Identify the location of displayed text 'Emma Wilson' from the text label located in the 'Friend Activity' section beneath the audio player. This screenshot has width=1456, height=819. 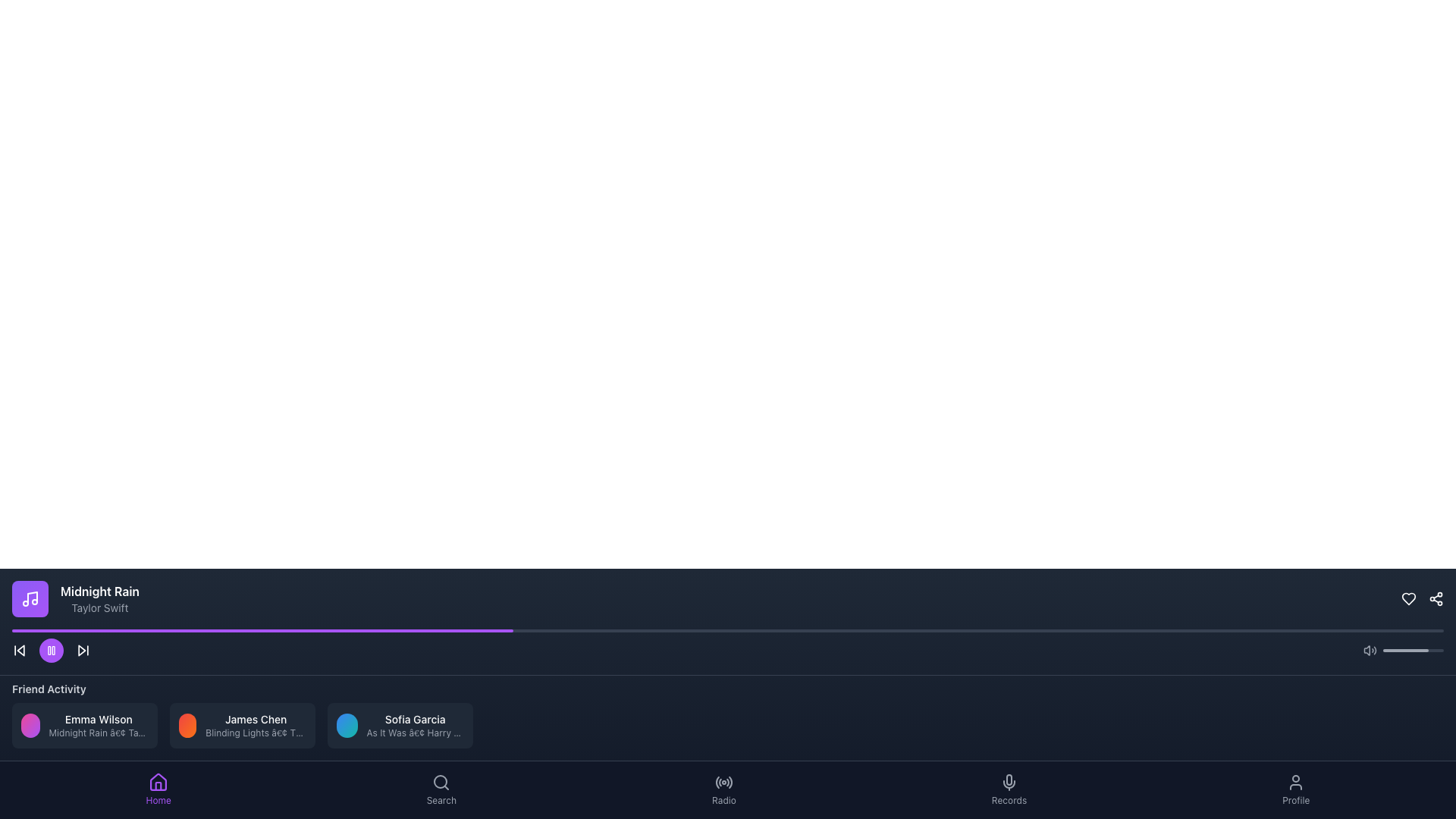
(98, 718).